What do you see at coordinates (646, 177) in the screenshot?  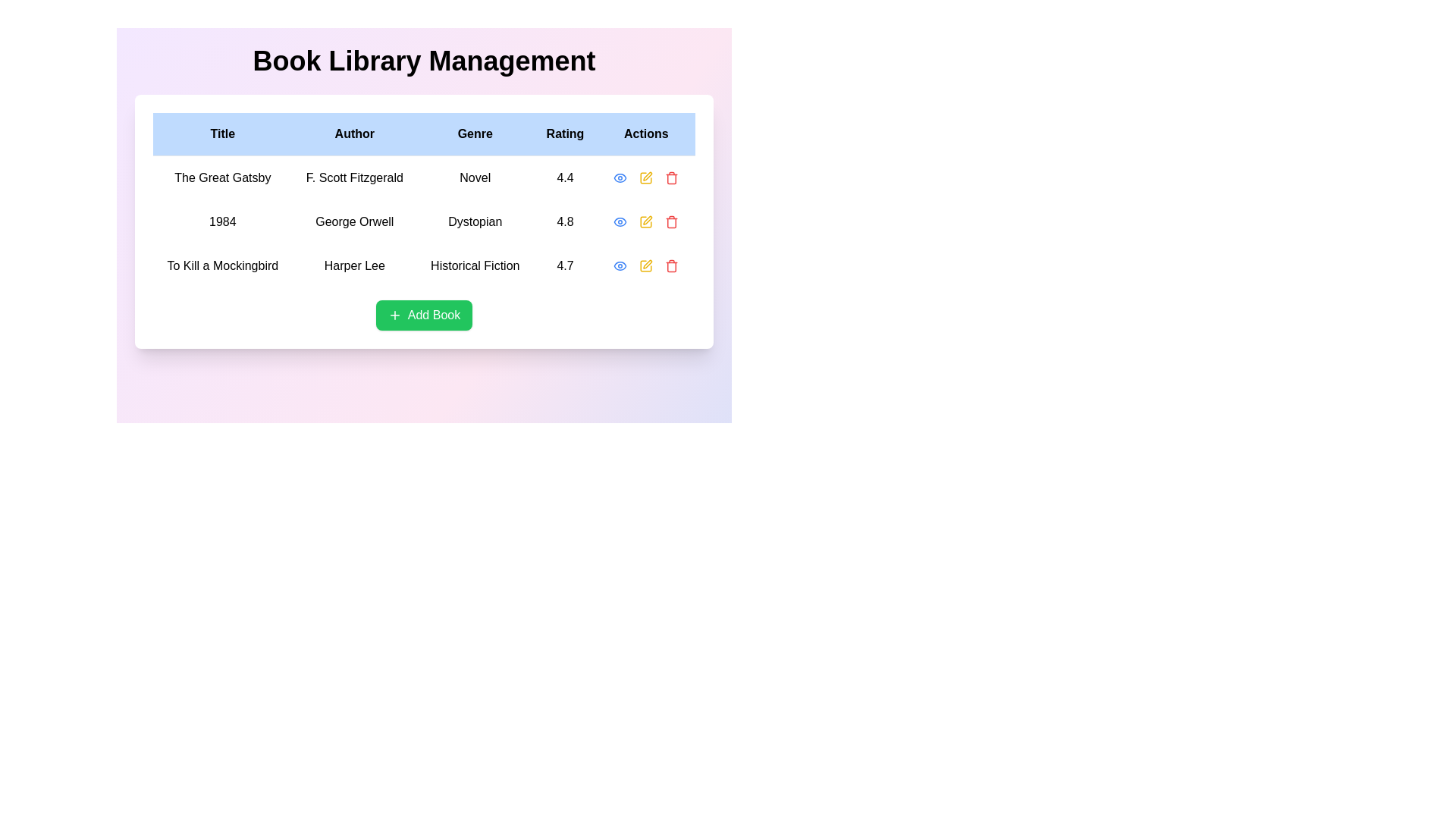 I see `the edit action icon represented by a square outline with a pen-like design in the Actions column for the book titled '1984'` at bounding box center [646, 177].